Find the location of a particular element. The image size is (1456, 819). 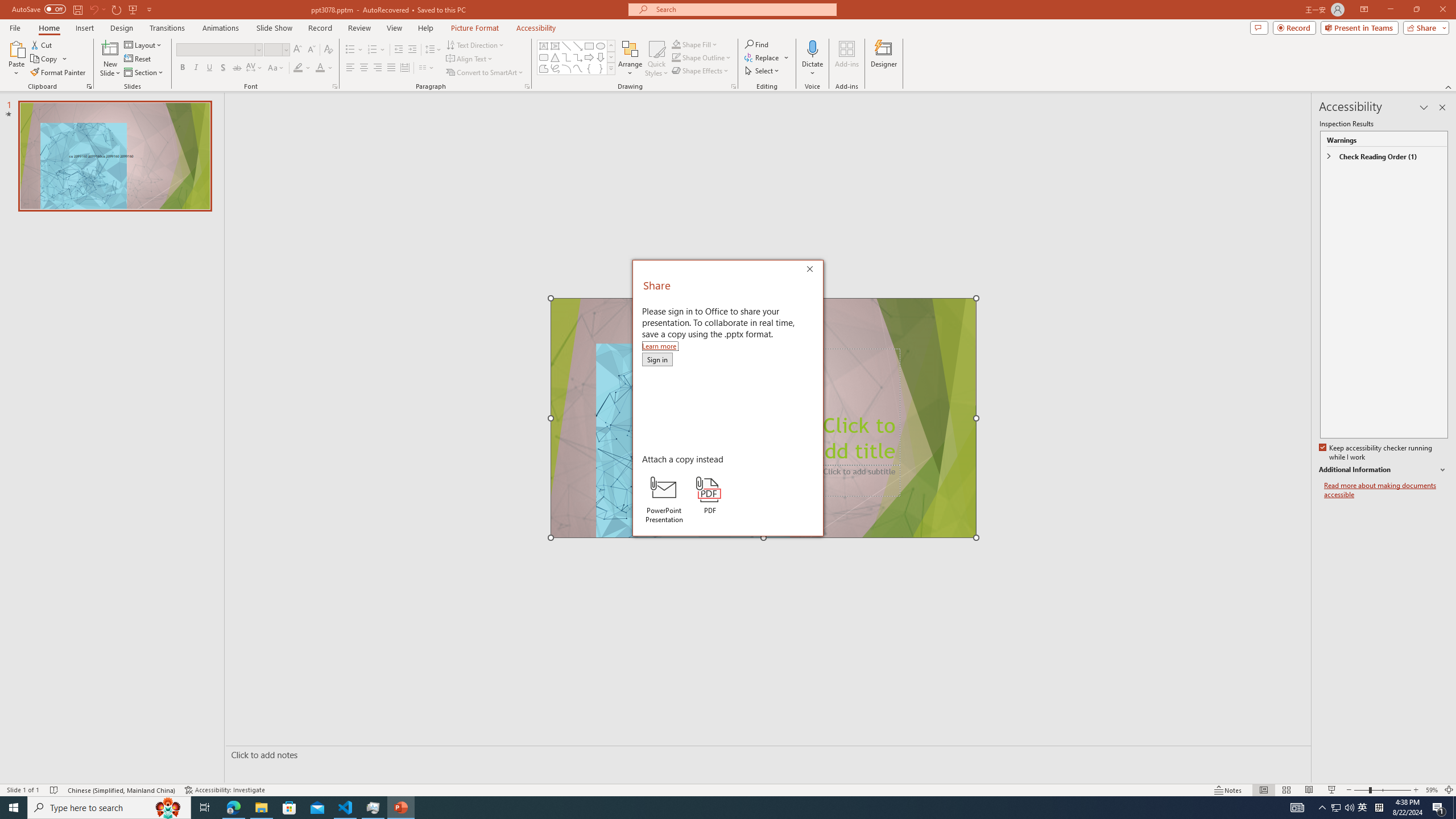

'File Explorer - 1 running window' is located at coordinates (260, 806).